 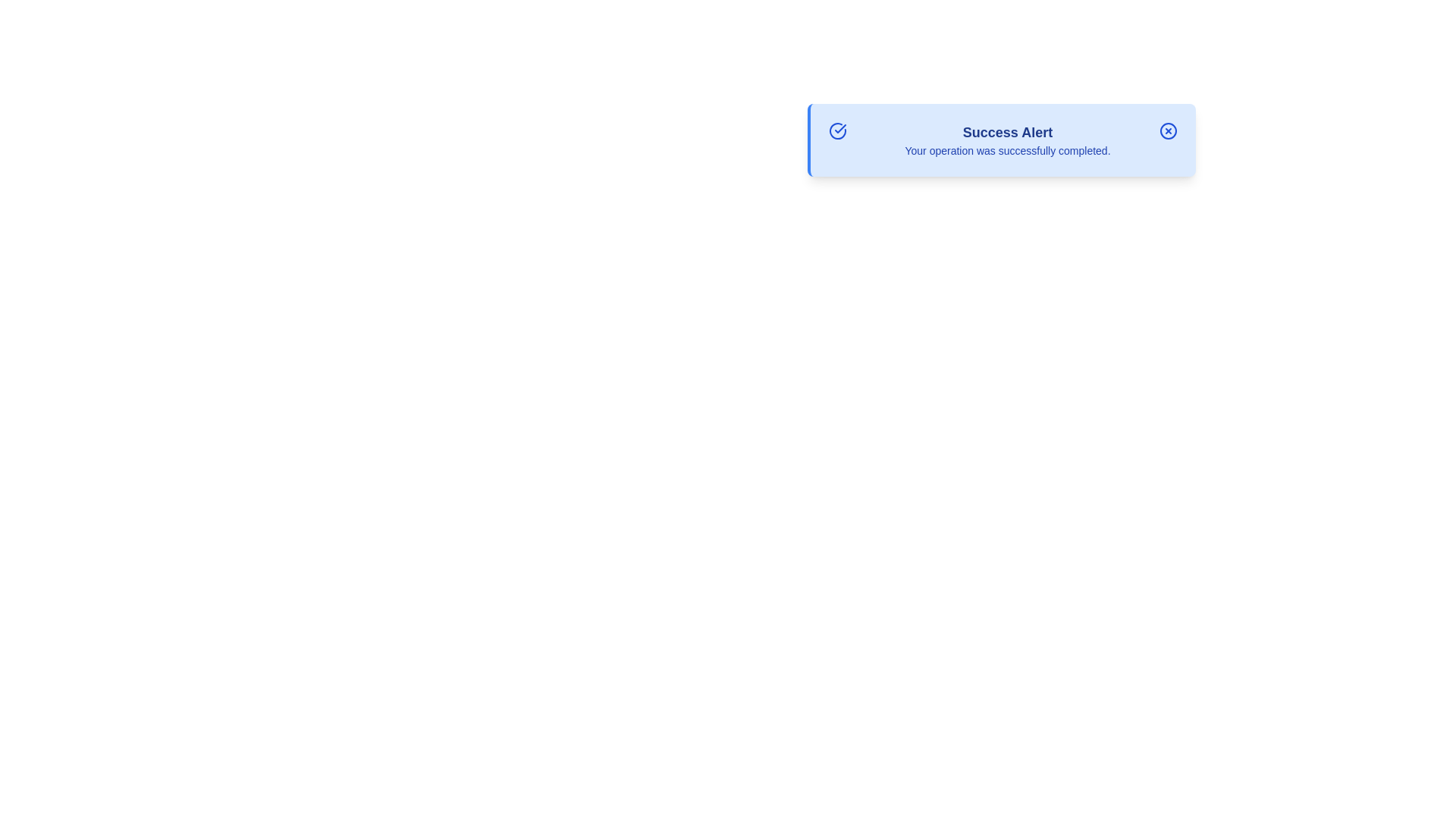 I want to click on the notification title or text, so click(x=1008, y=131).